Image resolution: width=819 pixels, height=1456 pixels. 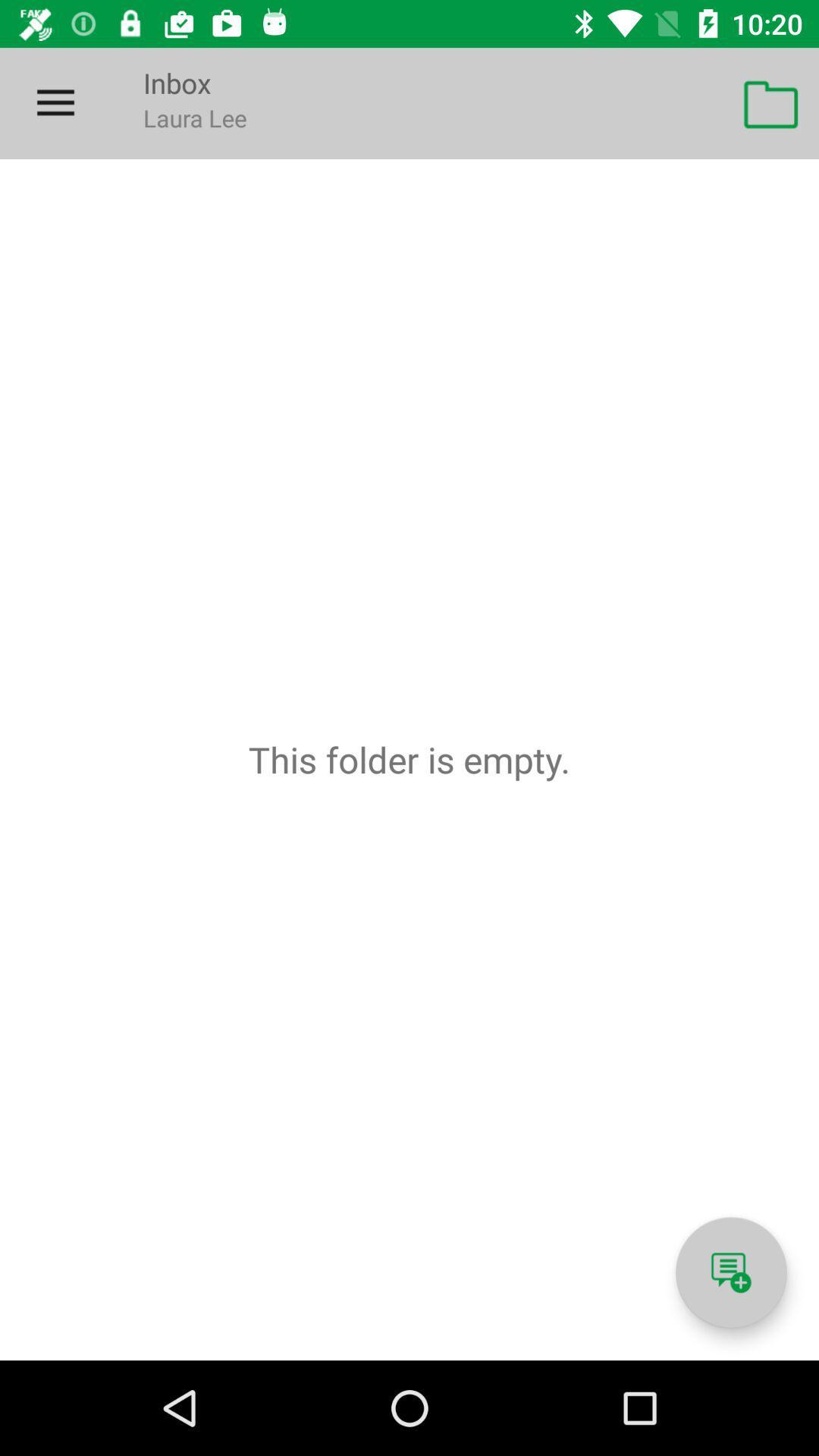 I want to click on icon at the top right corner, so click(x=771, y=102).